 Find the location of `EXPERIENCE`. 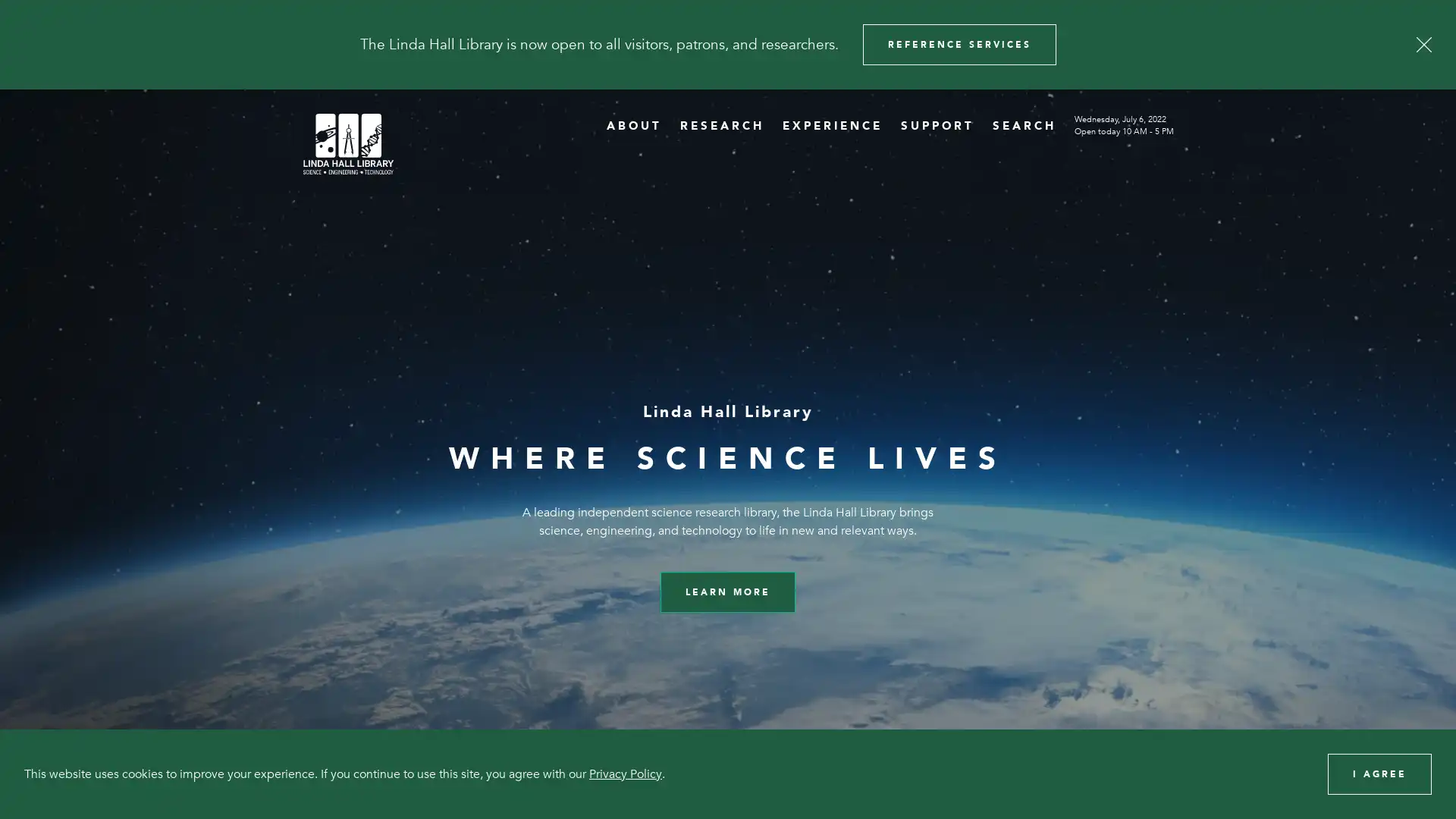

EXPERIENCE is located at coordinates (832, 124).